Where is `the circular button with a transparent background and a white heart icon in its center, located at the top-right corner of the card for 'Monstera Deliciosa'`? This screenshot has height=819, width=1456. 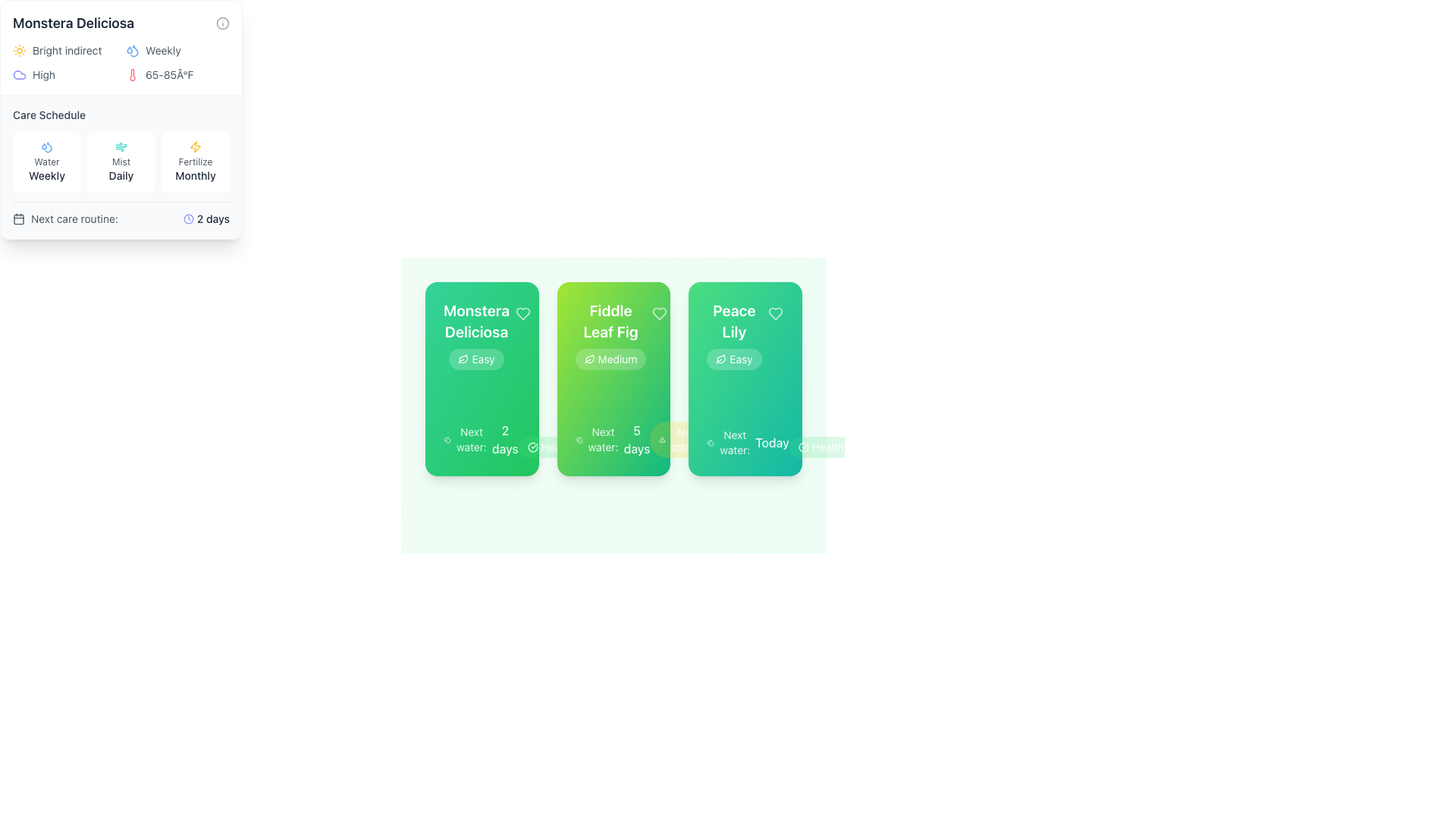 the circular button with a transparent background and a white heart icon in its center, located at the top-right corner of the card for 'Monstera Deliciosa' is located at coordinates (523, 312).